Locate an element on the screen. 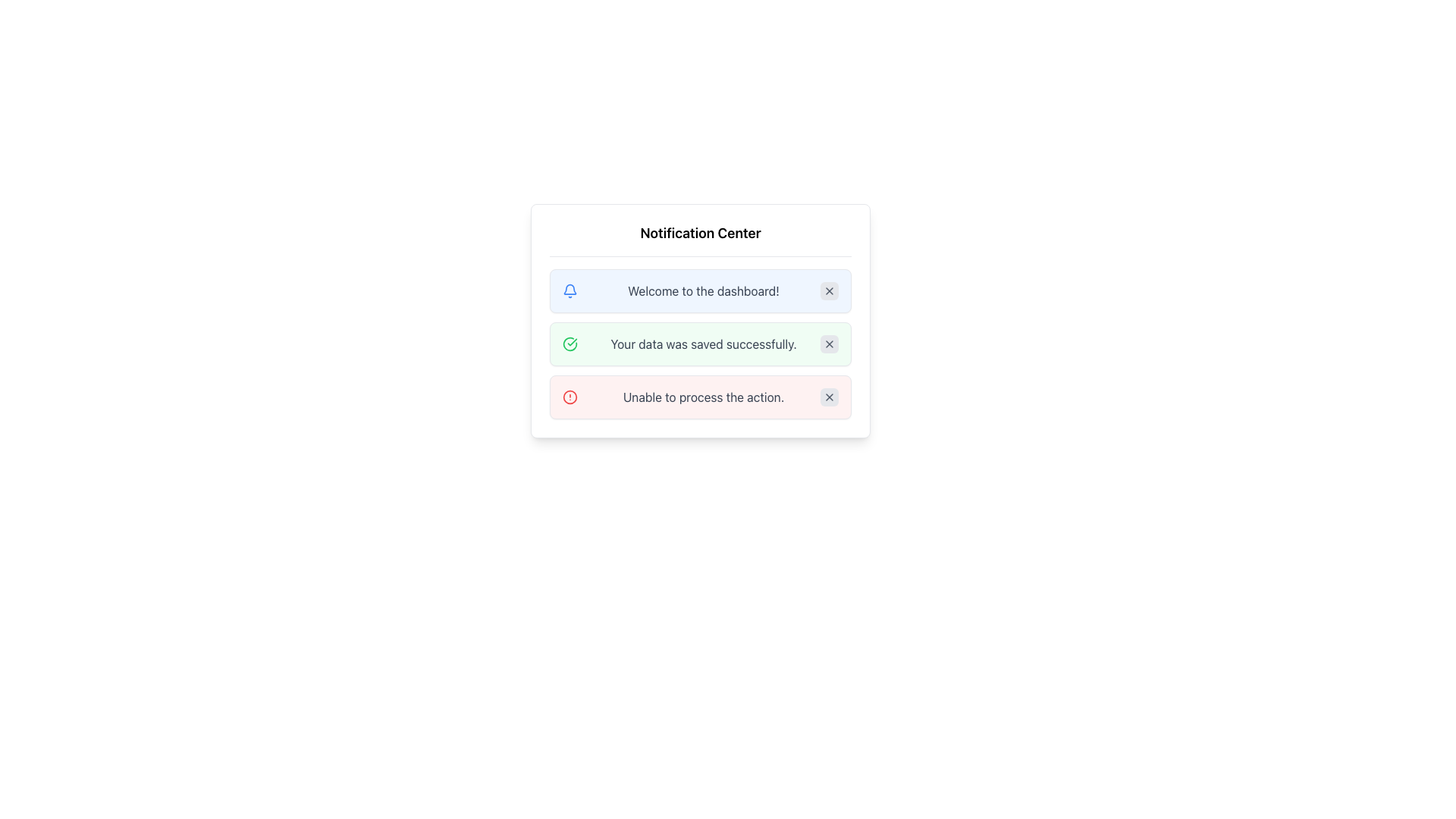 This screenshot has height=819, width=1456. the Decorative SVG Circle that is part of the alert icon in the third notification entry of the 'Notification Center', located to the left of the text 'Unable to process the action.' is located at coordinates (570, 397).